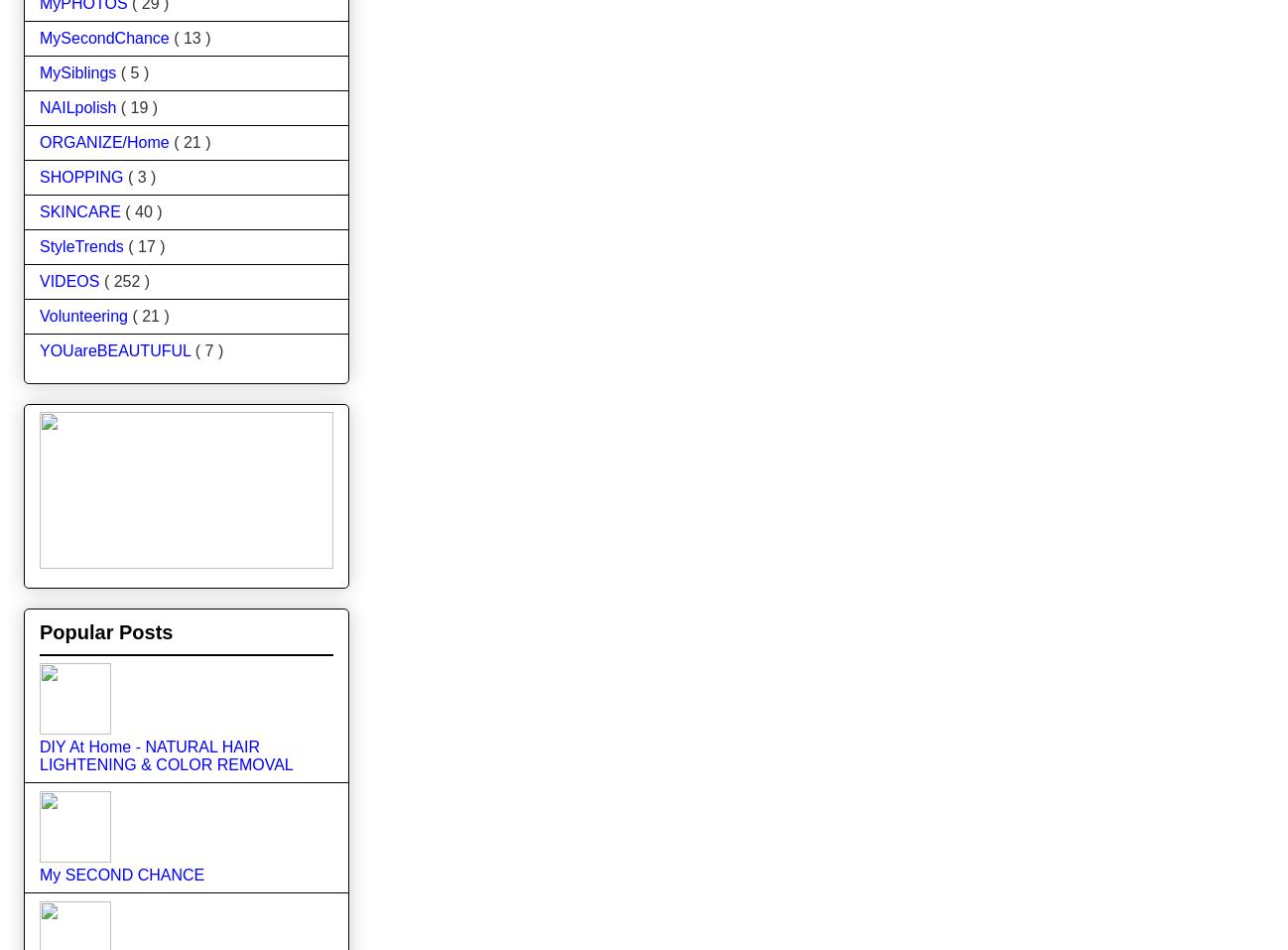 Image resolution: width=1288 pixels, height=950 pixels. What do you see at coordinates (83, 244) in the screenshot?
I see `'StyleTrends'` at bounding box center [83, 244].